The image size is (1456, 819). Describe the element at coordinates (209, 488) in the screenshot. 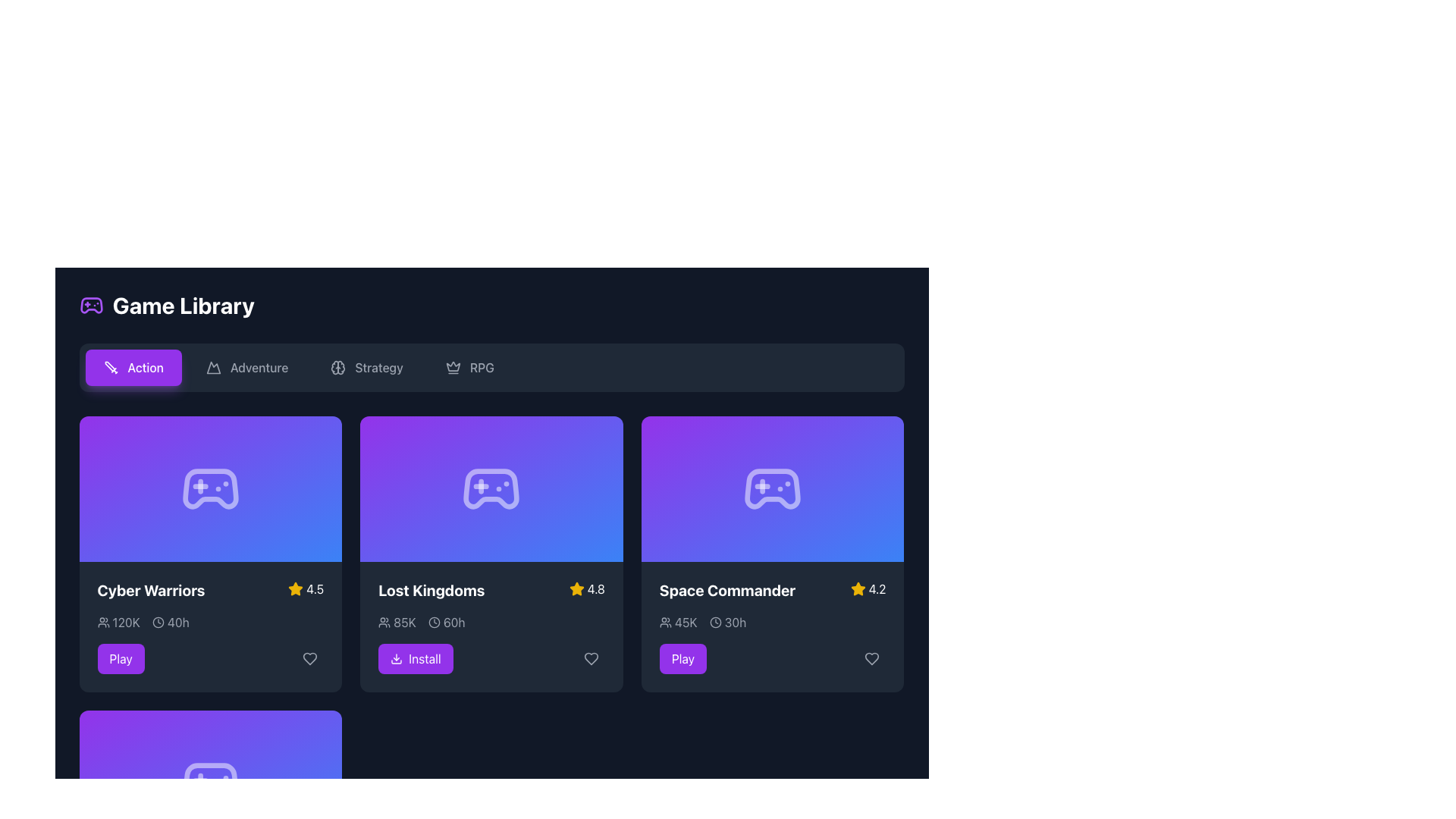

I see `the game controller icon, which is the first icon in the top row of game cards in the library, centered above the text 'Cyber Warriors'` at that location.